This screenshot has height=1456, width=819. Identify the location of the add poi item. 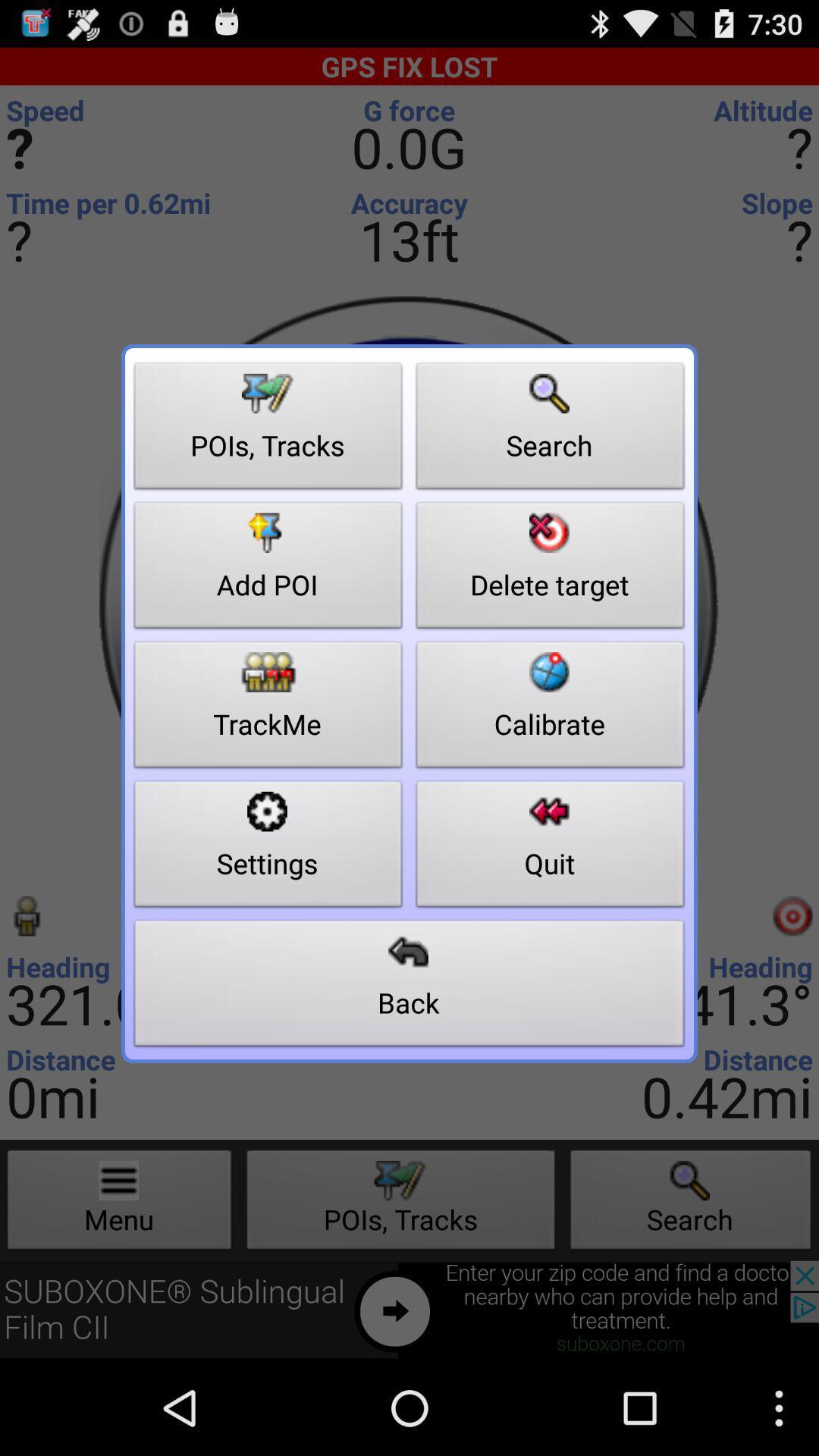
(268, 569).